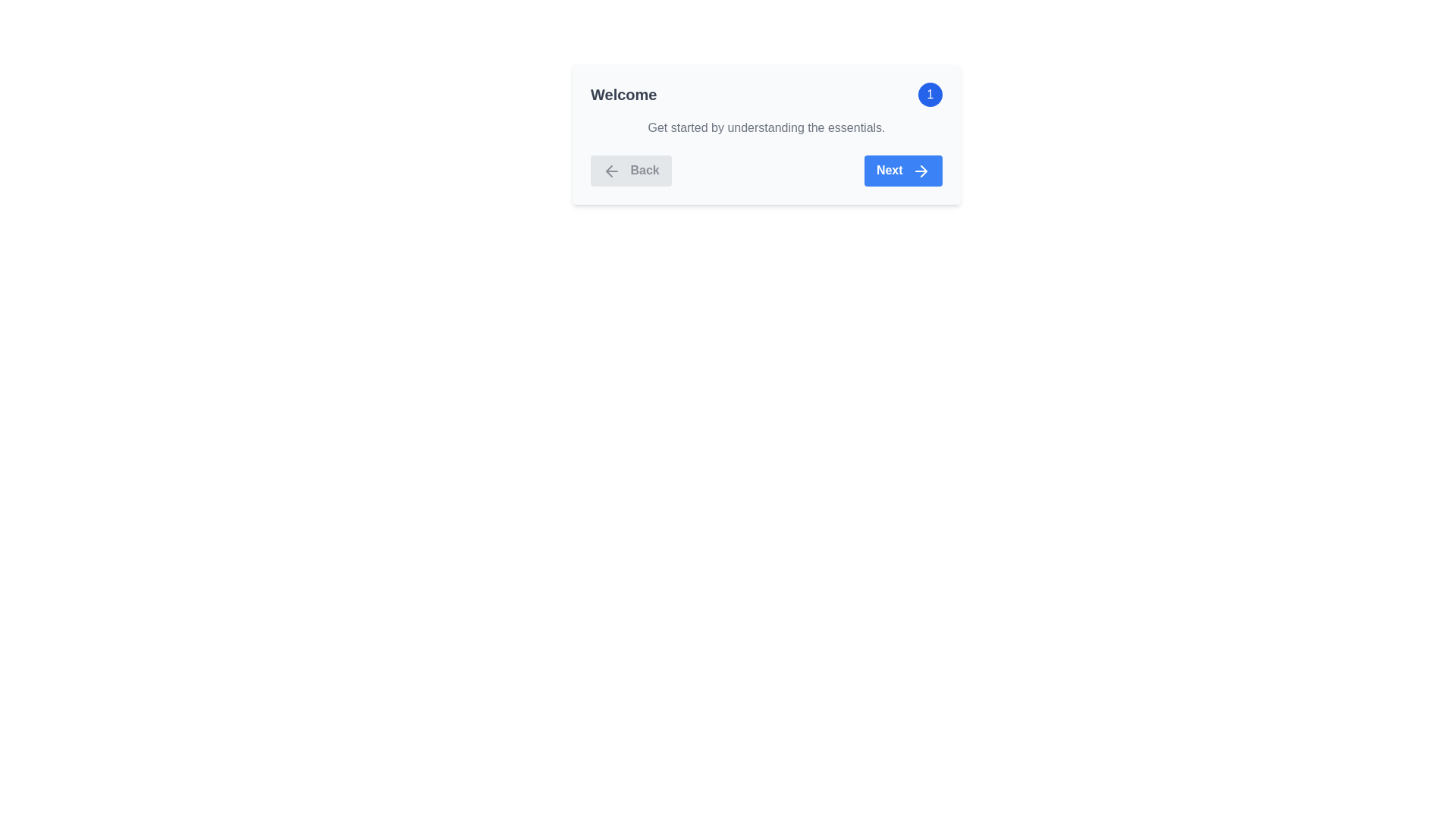 Image resolution: width=1456 pixels, height=819 pixels. Describe the element at coordinates (609, 171) in the screenshot. I see `the left-pointing arrow icon within the 'Back' button` at that location.